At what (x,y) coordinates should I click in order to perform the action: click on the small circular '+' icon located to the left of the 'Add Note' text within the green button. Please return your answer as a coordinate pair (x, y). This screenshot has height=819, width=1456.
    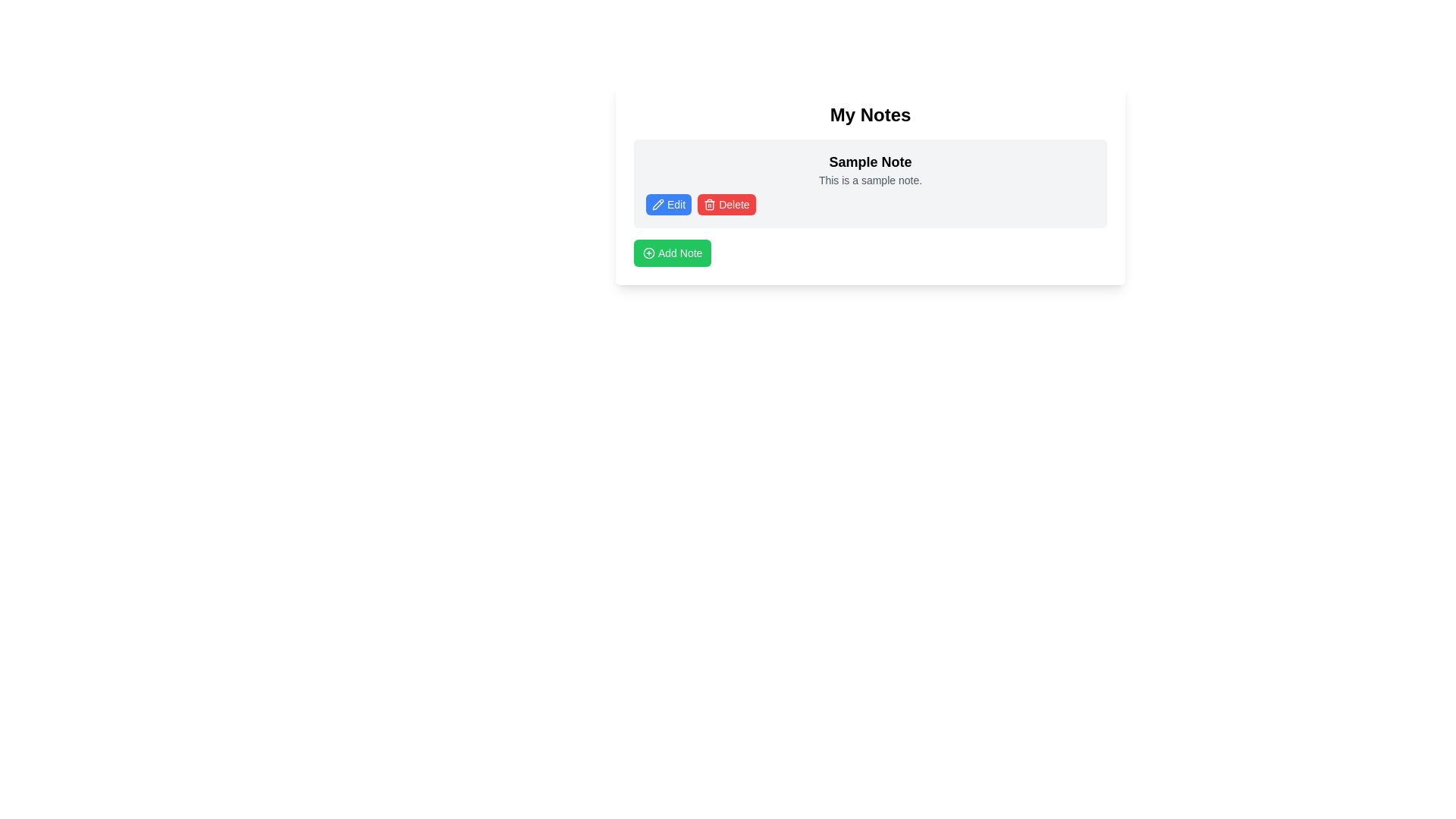
    Looking at the image, I should click on (648, 253).